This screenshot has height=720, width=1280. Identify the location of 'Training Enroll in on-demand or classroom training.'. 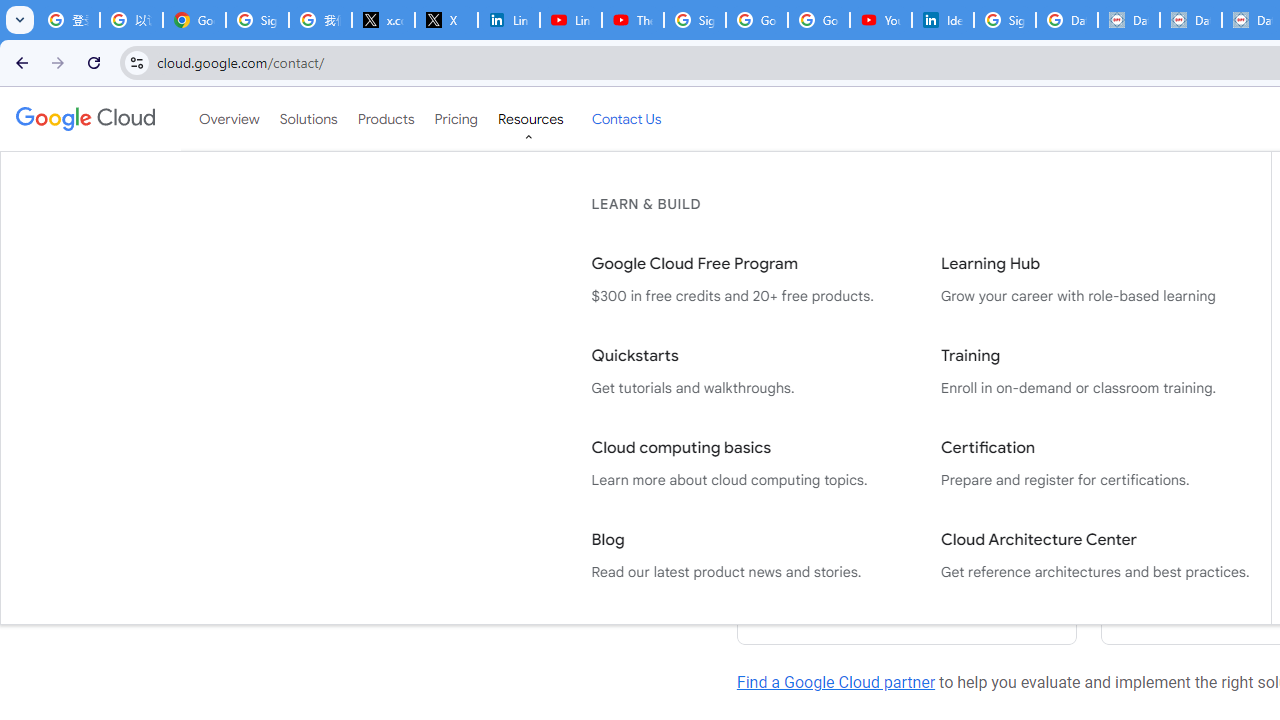
(1094, 372).